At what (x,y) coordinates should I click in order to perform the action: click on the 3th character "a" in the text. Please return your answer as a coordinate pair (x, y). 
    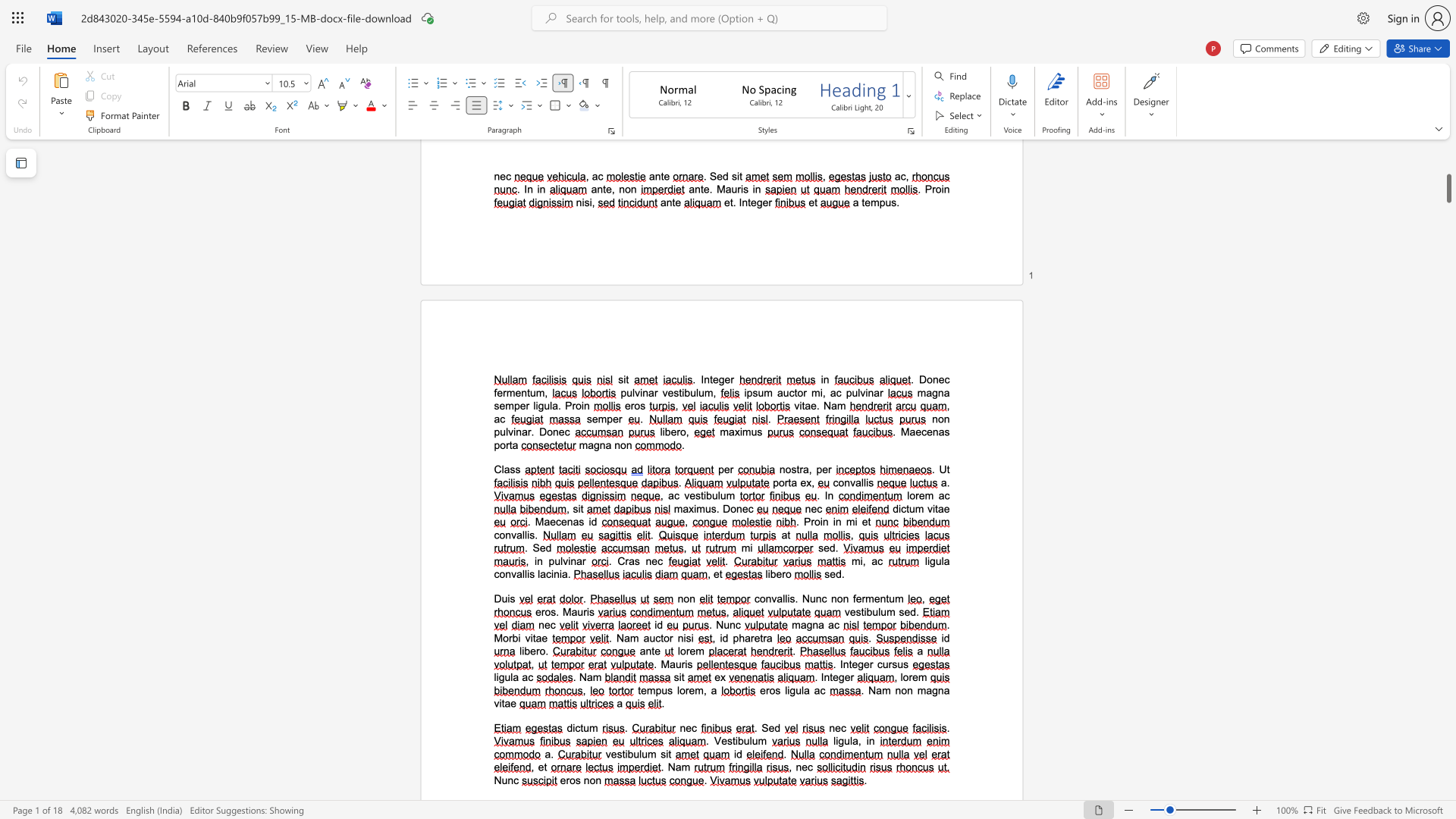
    Looking at the image, I should click on (515, 444).